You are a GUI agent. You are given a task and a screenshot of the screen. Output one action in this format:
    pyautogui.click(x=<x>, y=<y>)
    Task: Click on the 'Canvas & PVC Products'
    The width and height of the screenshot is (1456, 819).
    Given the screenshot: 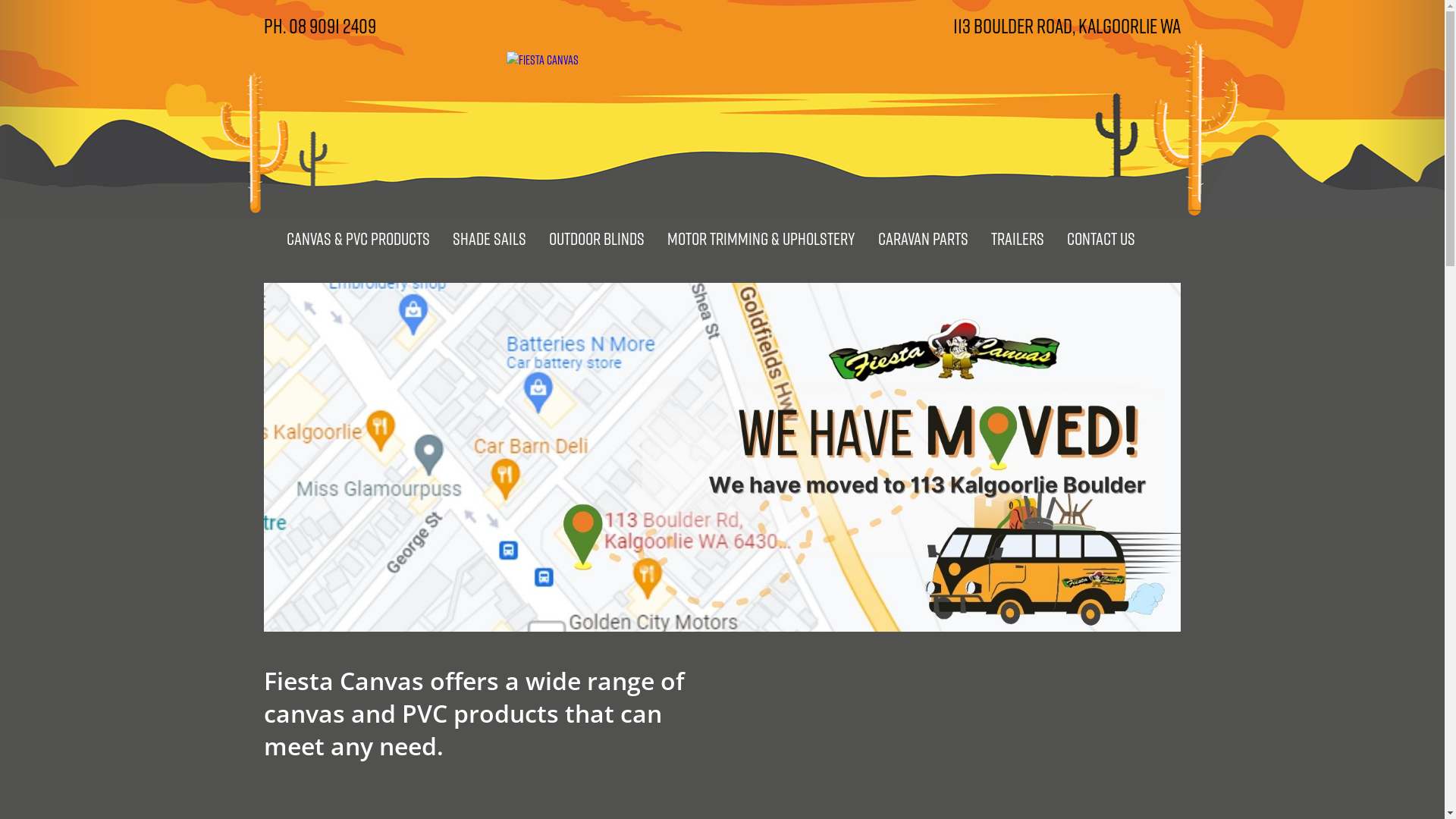 What is the action you would take?
    pyautogui.click(x=356, y=238)
    